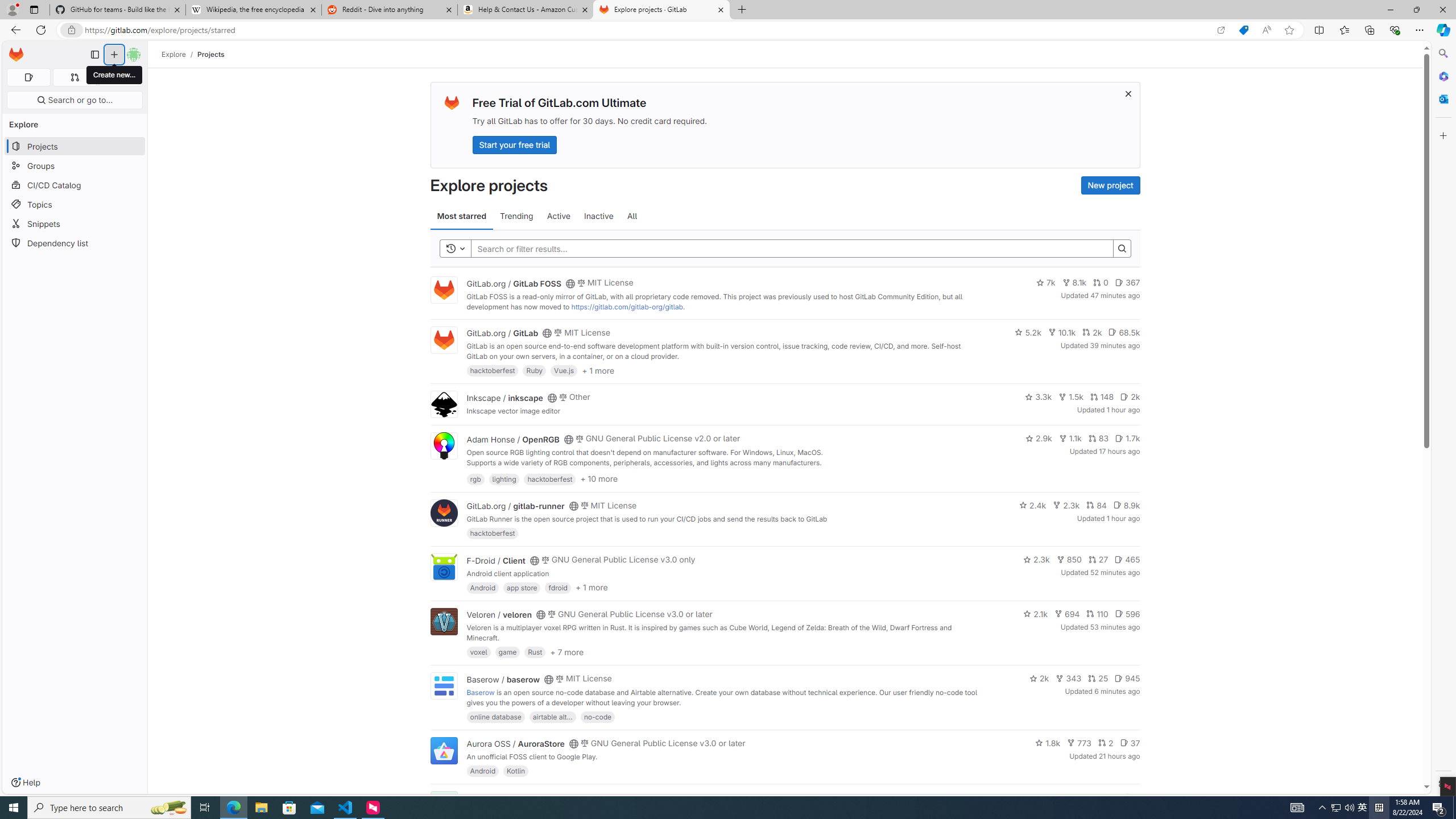  Describe the element at coordinates (1066, 614) in the screenshot. I see `'694'` at that location.